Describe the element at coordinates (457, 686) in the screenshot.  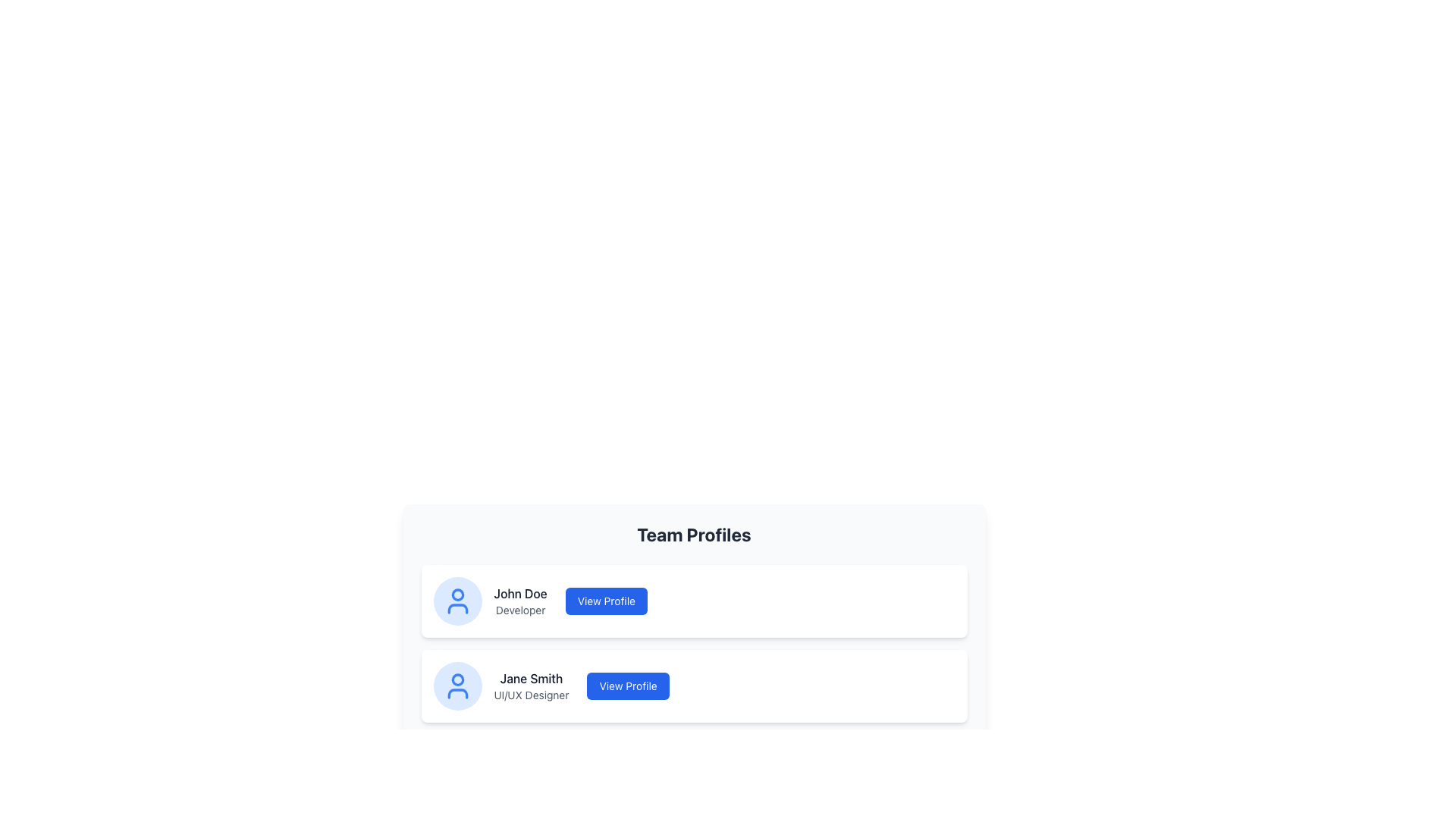
I see `circular blue icon with a user-shaped design in the lower profile card titled 'Jane Smith'` at that location.